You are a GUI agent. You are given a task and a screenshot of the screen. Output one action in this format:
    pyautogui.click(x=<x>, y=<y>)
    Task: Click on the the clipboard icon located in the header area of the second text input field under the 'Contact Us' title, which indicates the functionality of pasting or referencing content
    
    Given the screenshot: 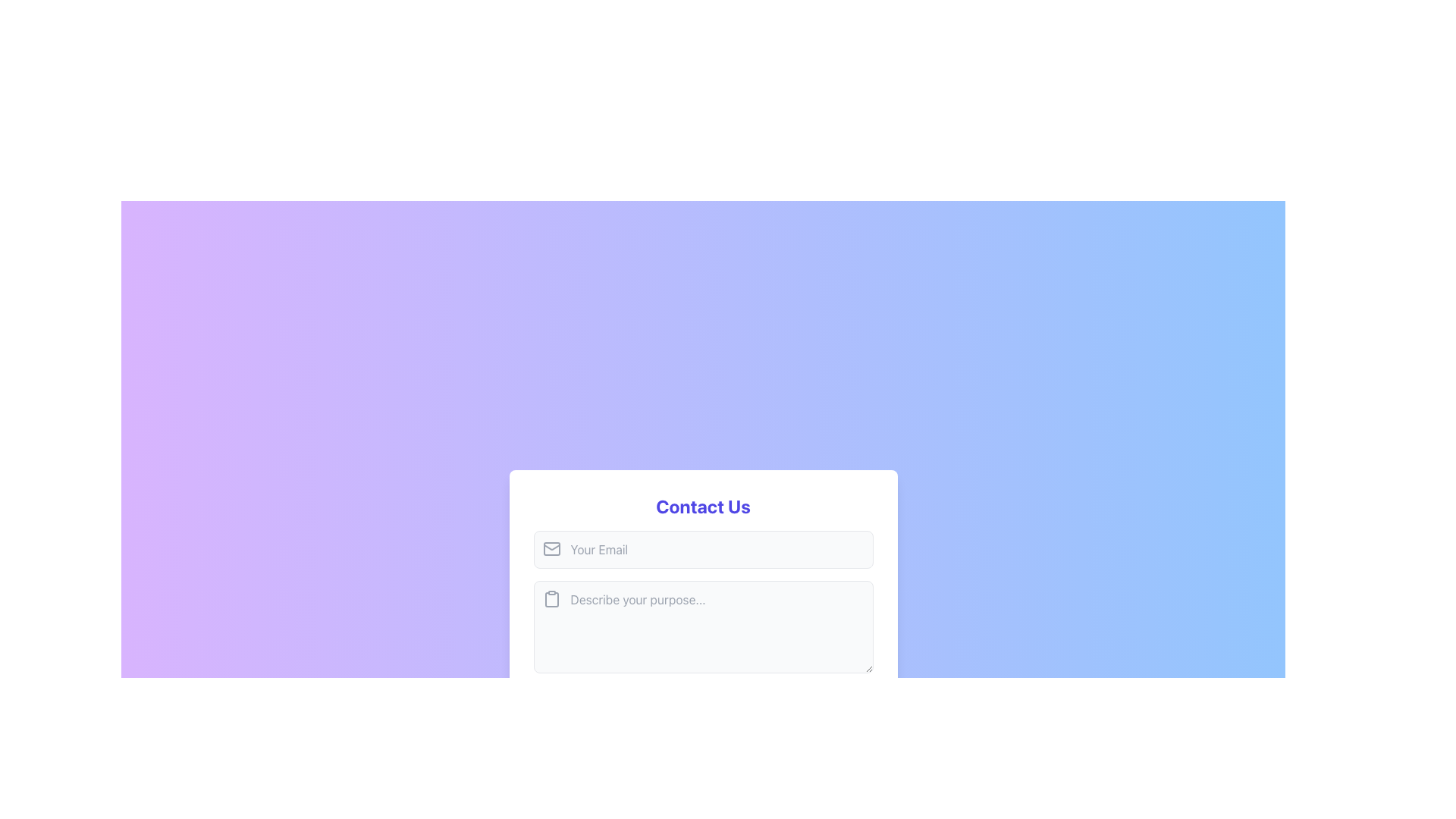 What is the action you would take?
    pyautogui.click(x=551, y=598)
    